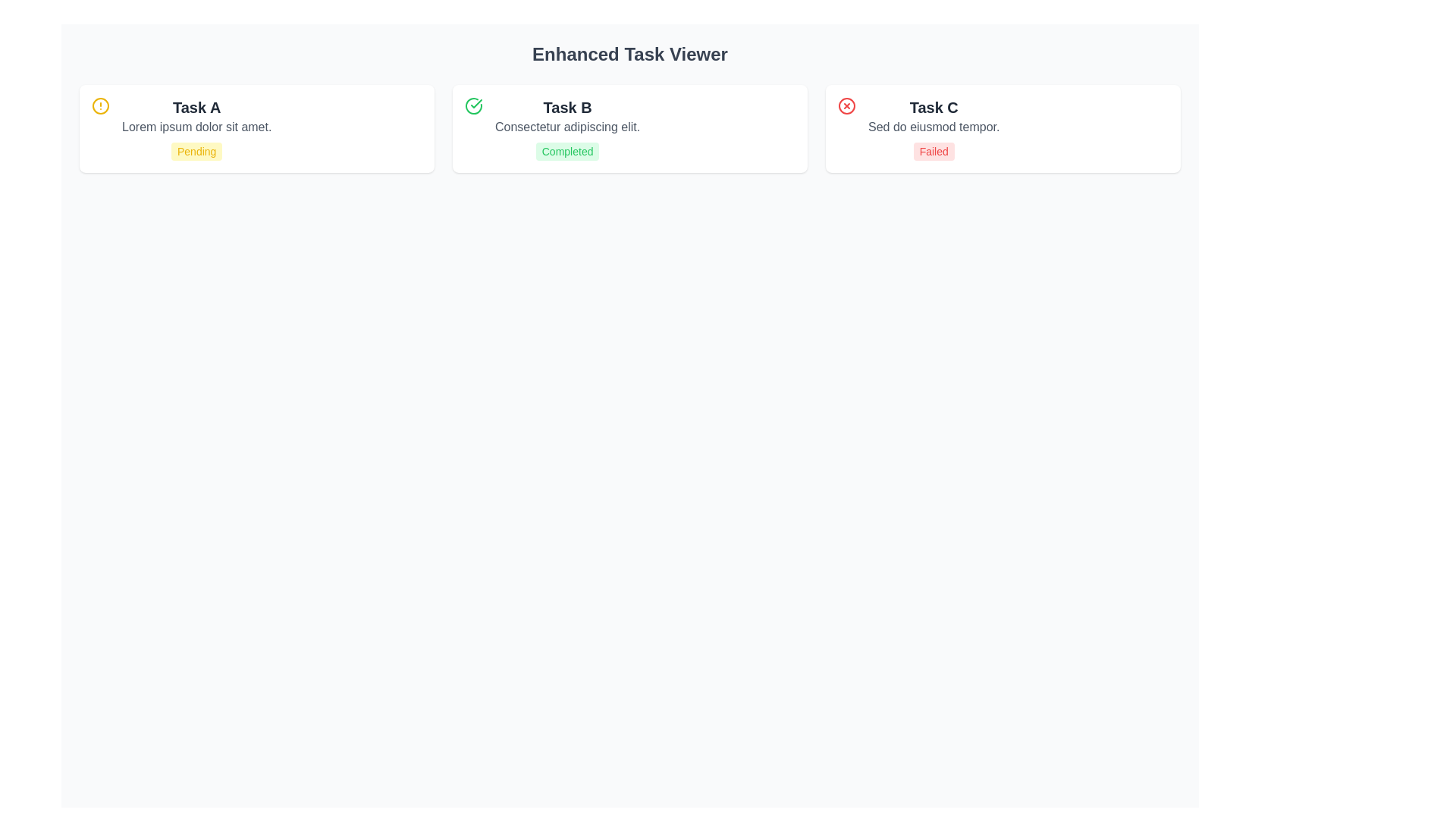  I want to click on the Status badge labeled 'Pending' with a yellow background located at the bottom-right of the 'Task A' box, so click(196, 152).